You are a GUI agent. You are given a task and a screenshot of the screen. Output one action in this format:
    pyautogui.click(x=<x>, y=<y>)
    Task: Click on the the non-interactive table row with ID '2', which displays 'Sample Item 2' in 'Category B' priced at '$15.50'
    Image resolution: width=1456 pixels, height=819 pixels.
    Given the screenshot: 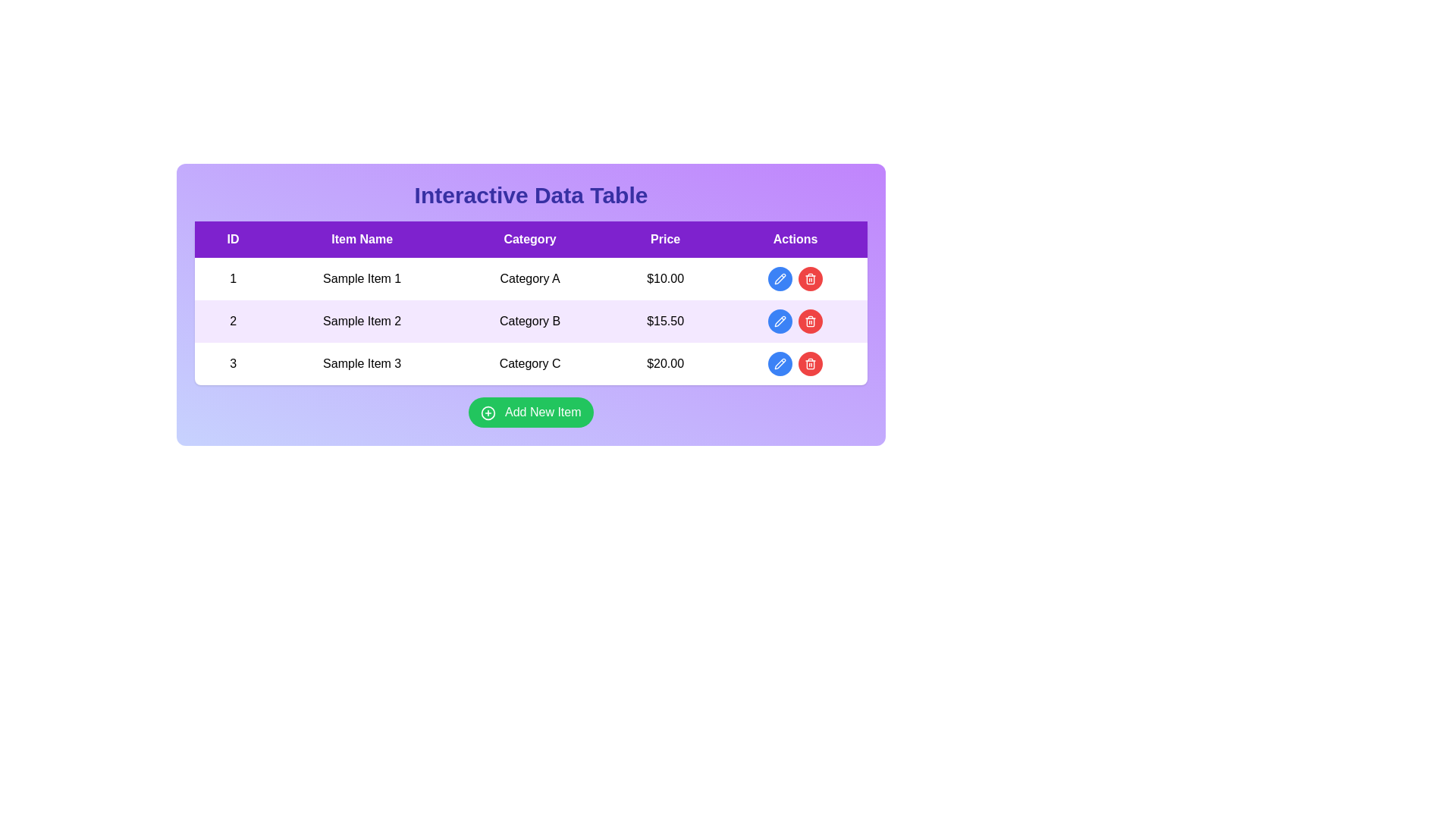 What is the action you would take?
    pyautogui.click(x=531, y=321)
    